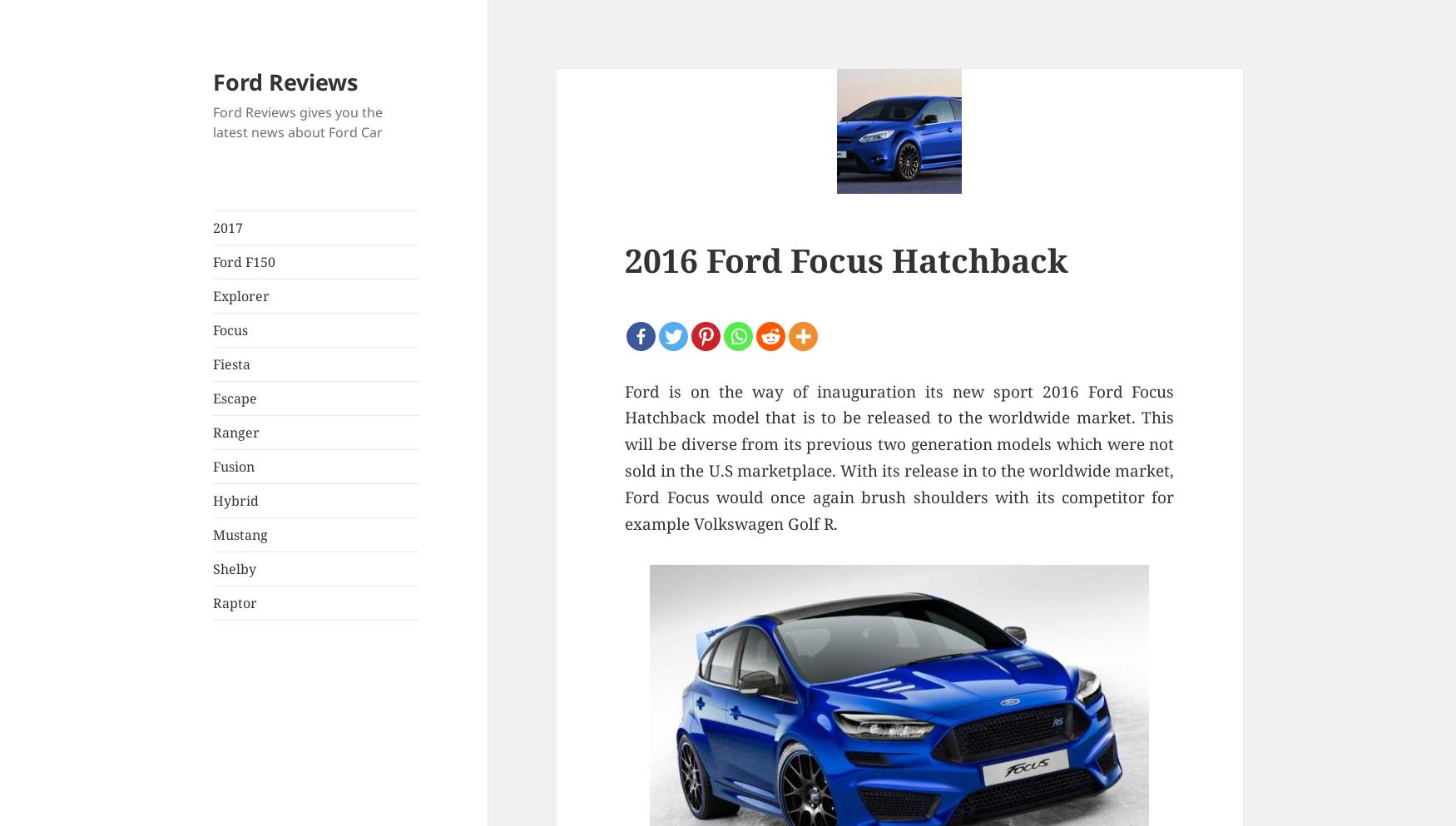  Describe the element at coordinates (235, 500) in the screenshot. I see `'Hybrid'` at that location.